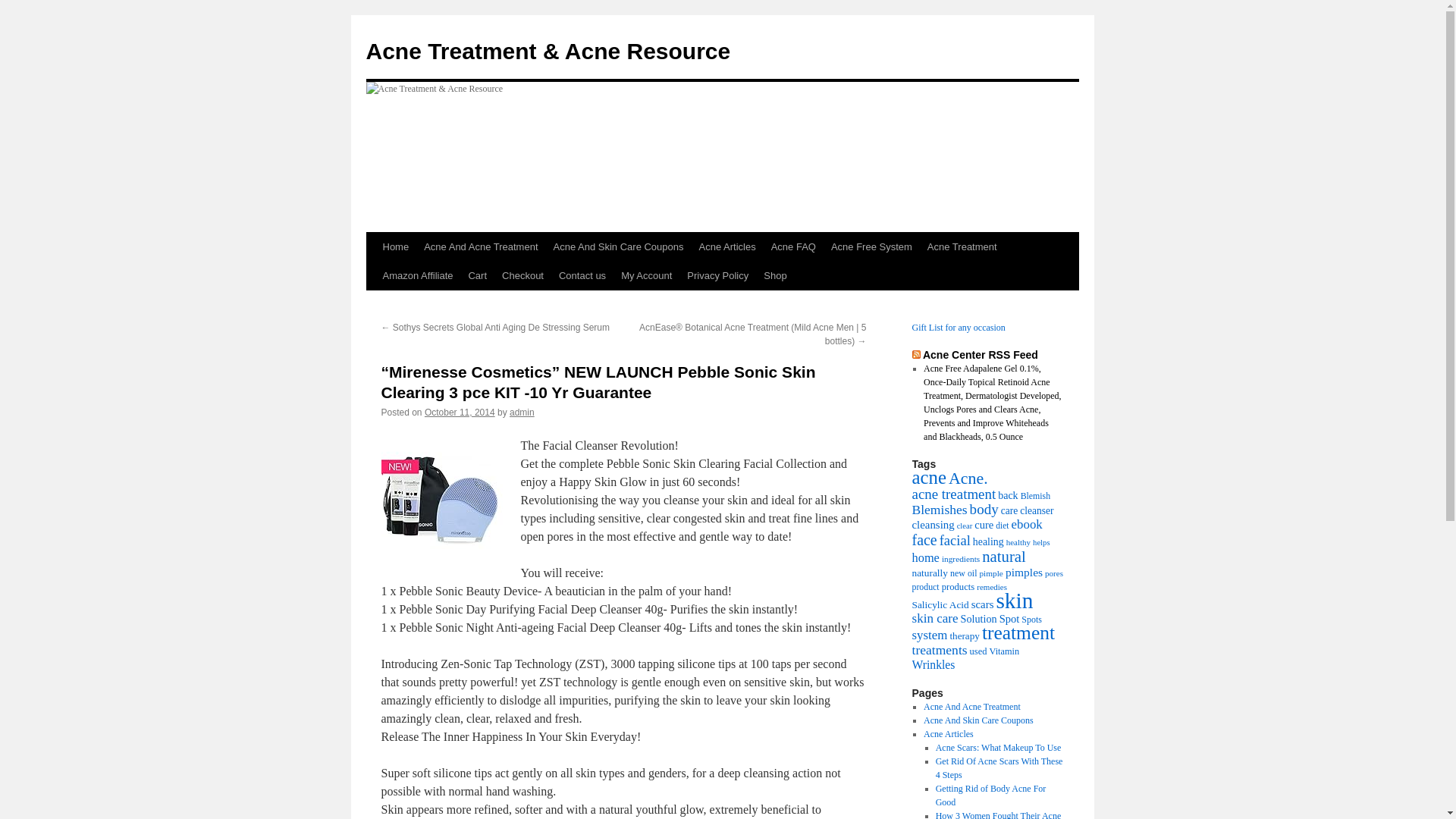 The width and height of the screenshot is (1456, 819). I want to click on 'Vitamin', so click(990, 651).